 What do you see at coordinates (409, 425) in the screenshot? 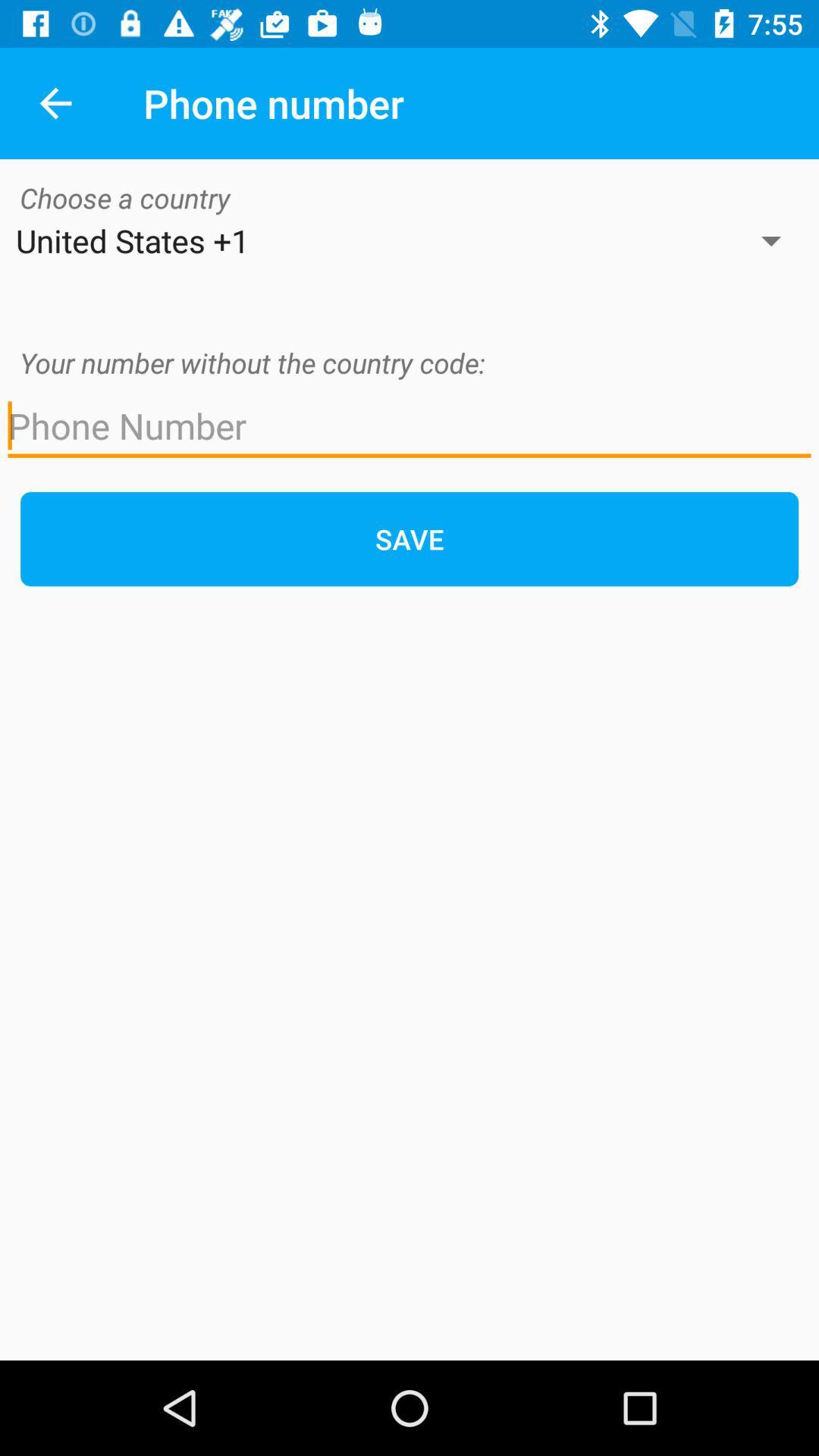
I see `typing option` at bounding box center [409, 425].